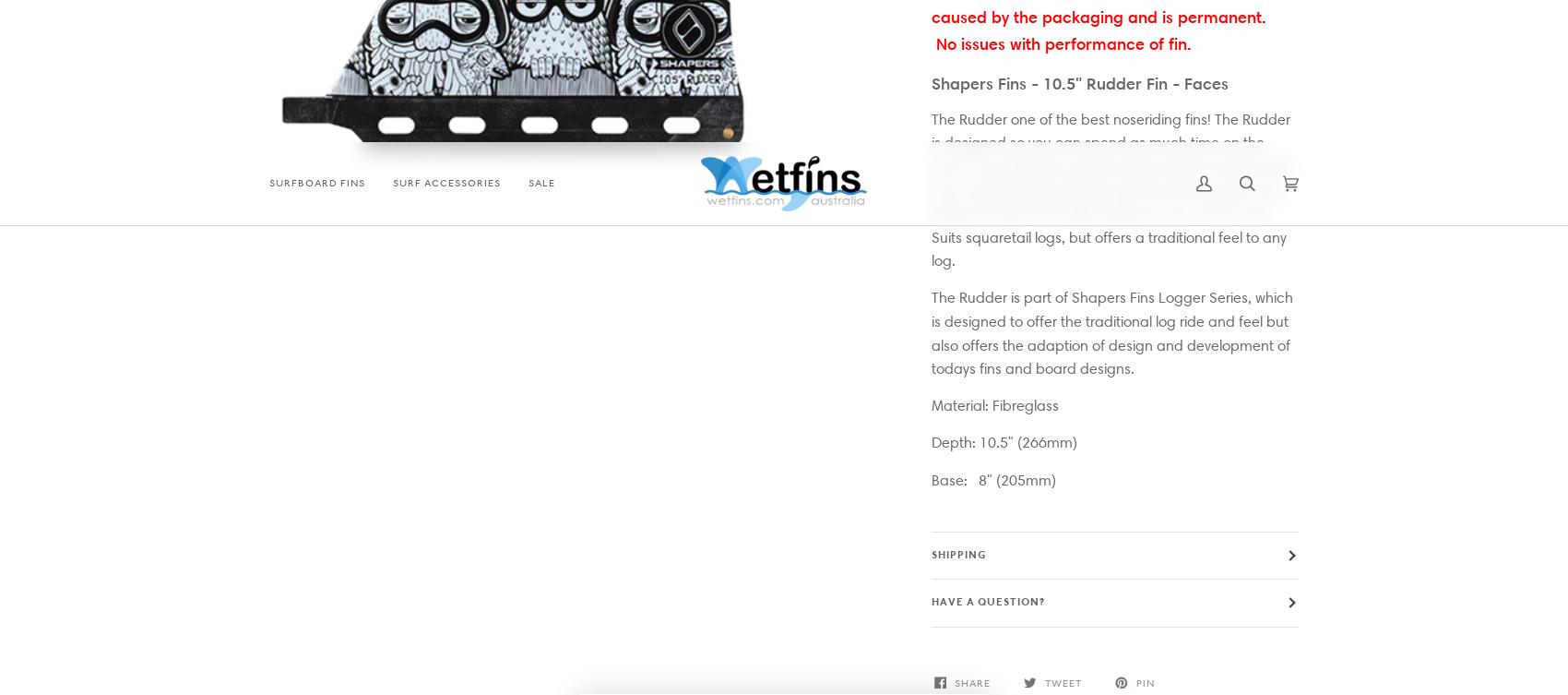 The image size is (1568, 695). Describe the element at coordinates (316, 360) in the screenshot. I see `'Surf Accessories'` at that location.